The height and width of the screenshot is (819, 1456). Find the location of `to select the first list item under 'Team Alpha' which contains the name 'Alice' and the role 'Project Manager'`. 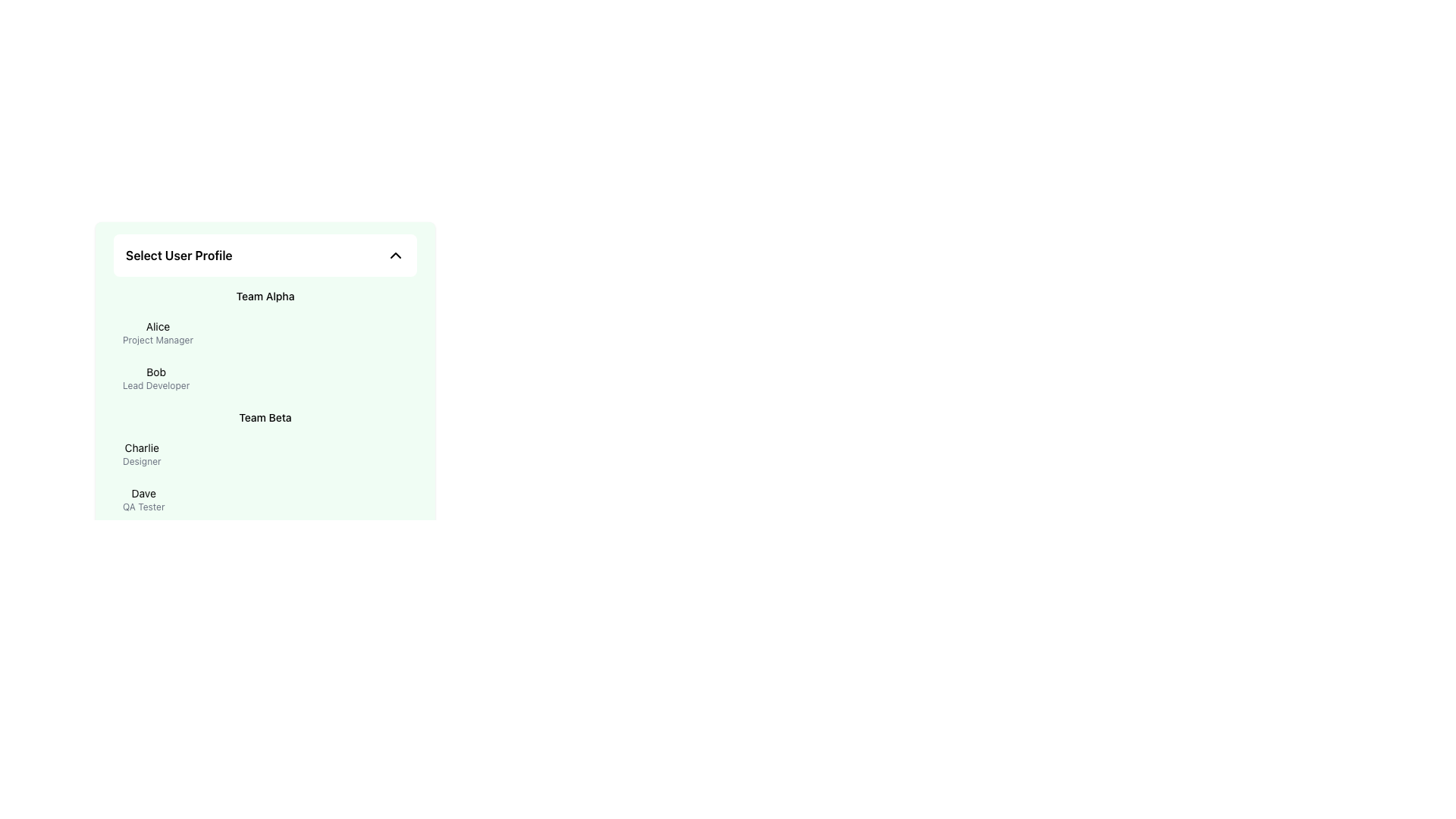

to select the first list item under 'Team Alpha' which contains the name 'Alice' and the role 'Project Manager' is located at coordinates (265, 332).